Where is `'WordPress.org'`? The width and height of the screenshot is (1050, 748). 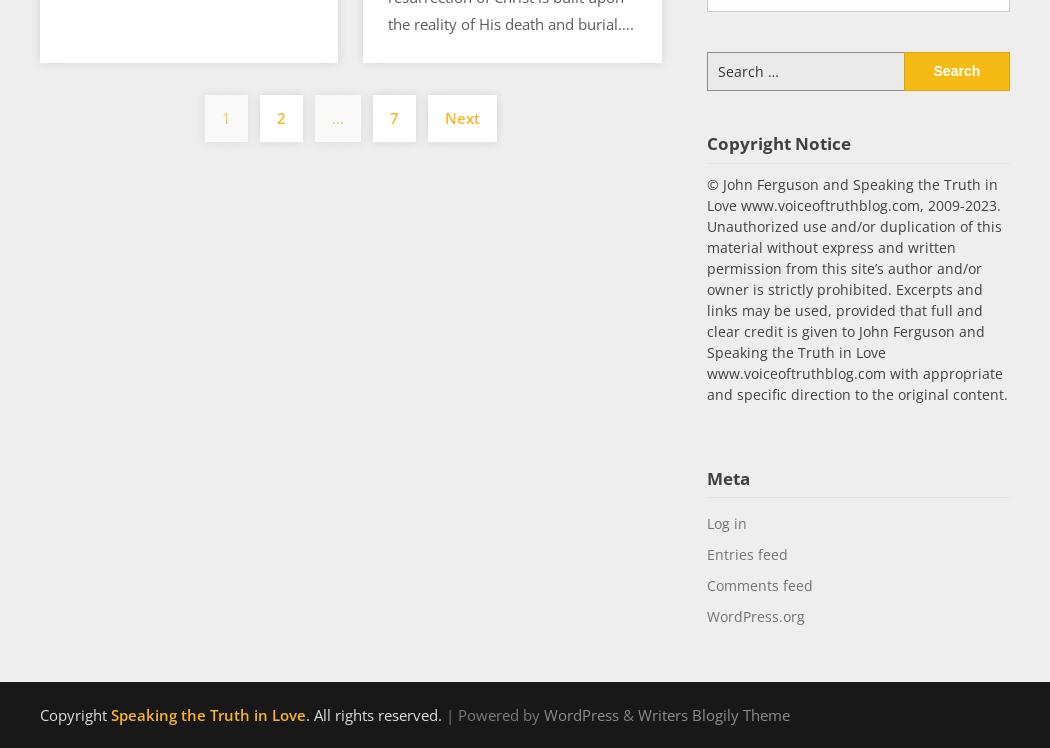 'WordPress.org' is located at coordinates (754, 615).